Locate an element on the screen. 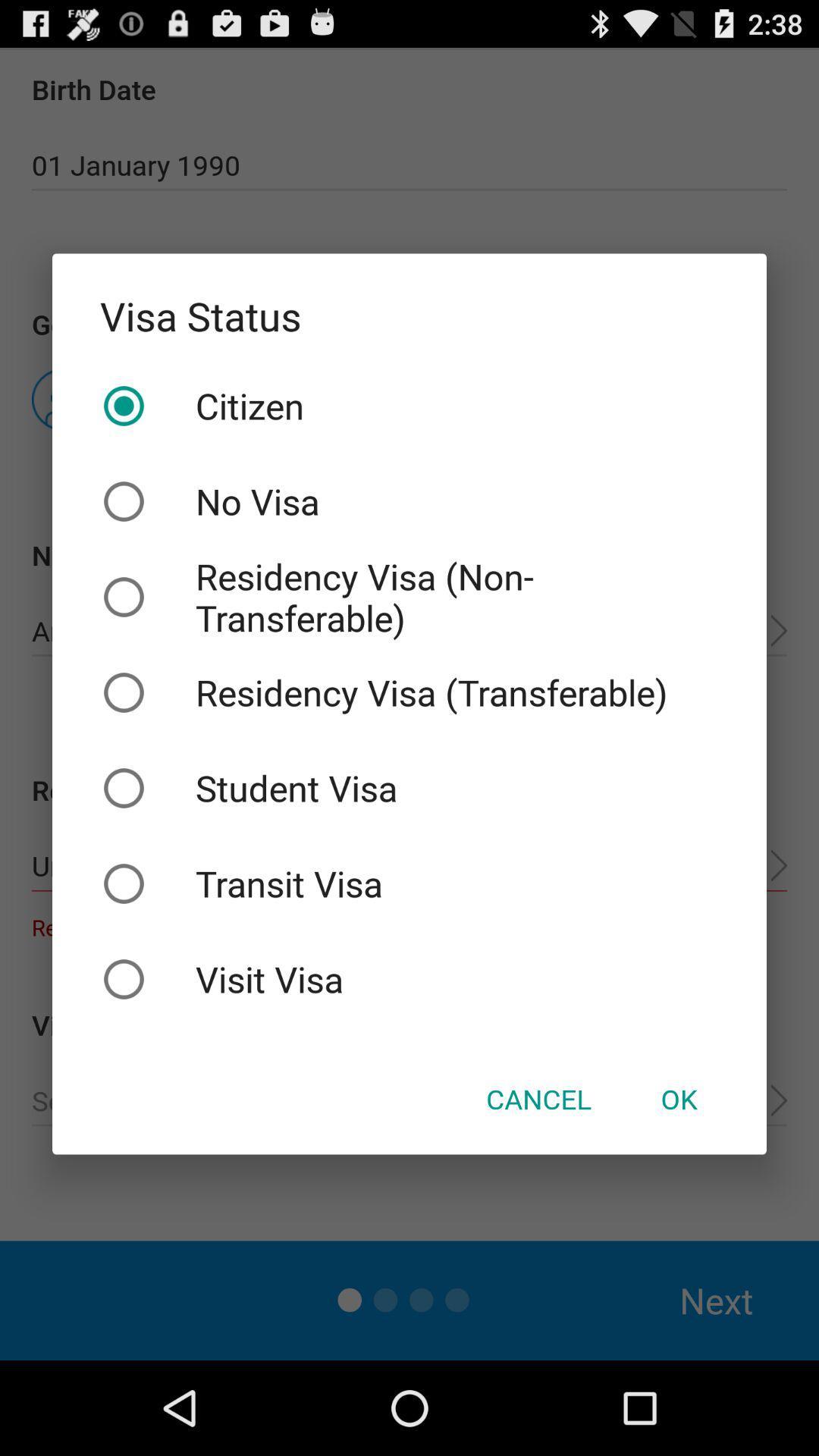 This screenshot has height=1456, width=819. the item to the right of cancel icon is located at coordinates (678, 1099).